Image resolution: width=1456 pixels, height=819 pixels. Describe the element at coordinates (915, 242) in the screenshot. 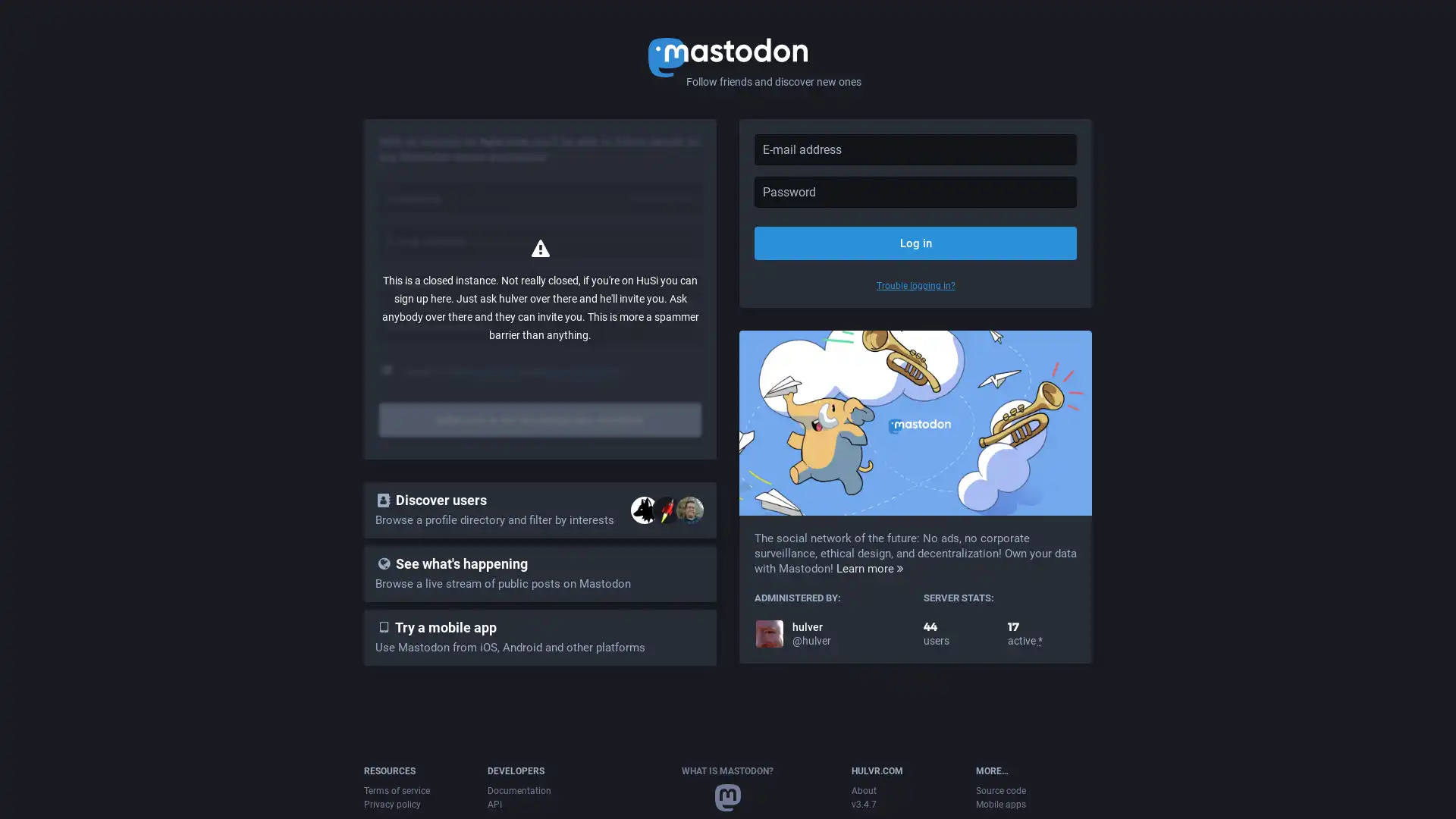

I see `Log in` at that location.